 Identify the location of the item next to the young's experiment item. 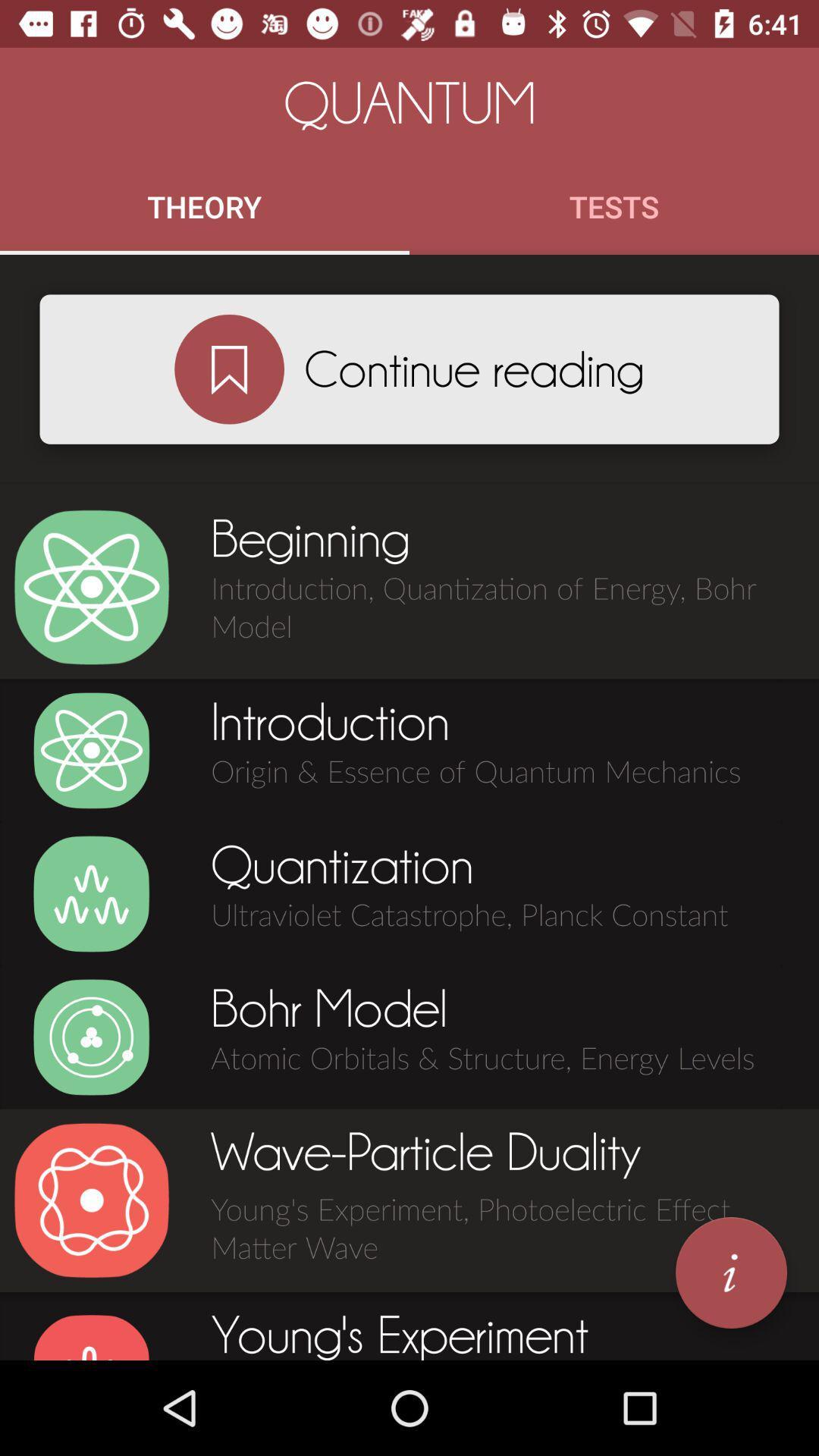
(730, 1272).